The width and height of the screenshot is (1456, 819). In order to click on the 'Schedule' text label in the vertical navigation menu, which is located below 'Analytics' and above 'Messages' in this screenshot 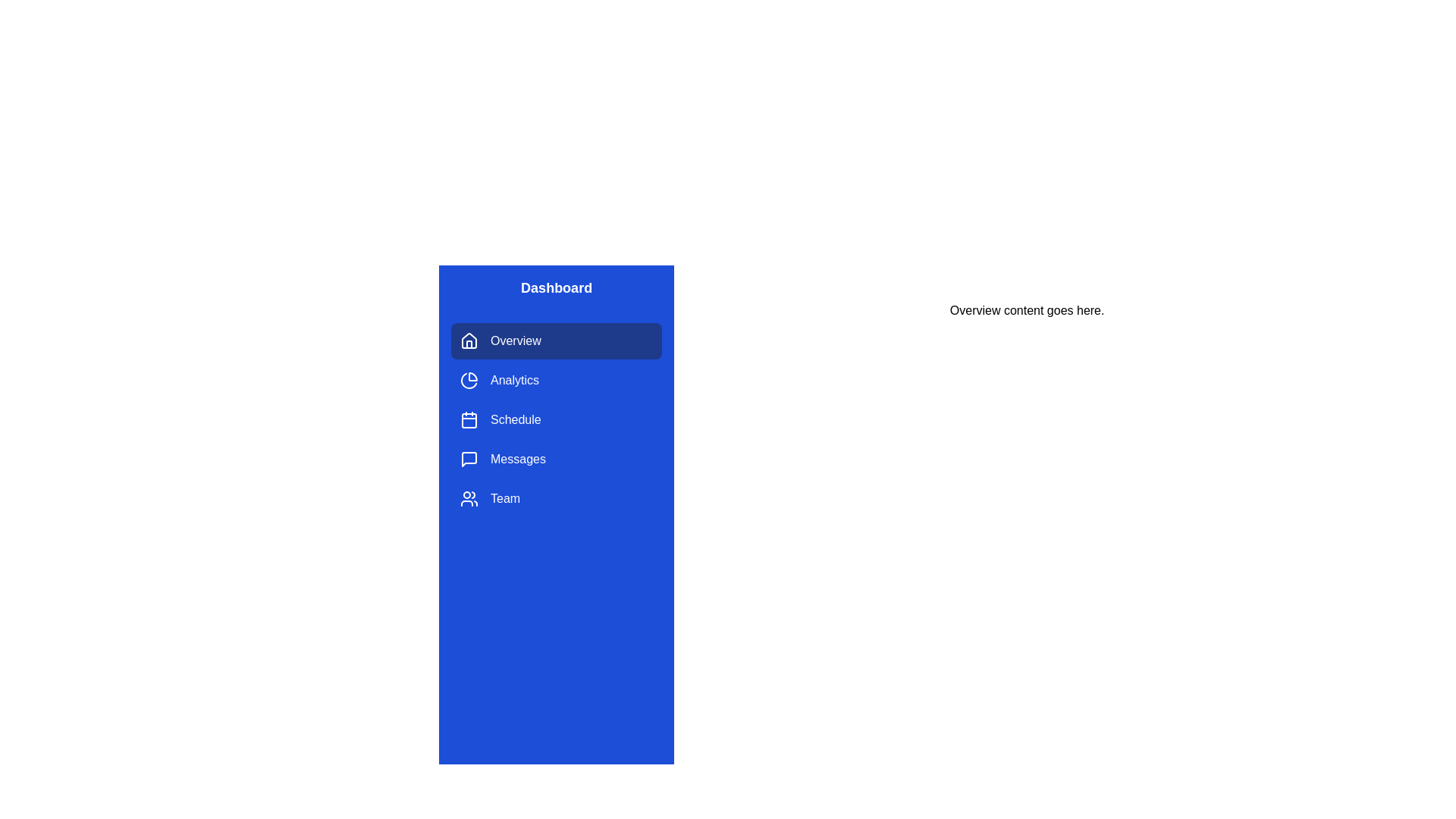, I will do `click(516, 420)`.